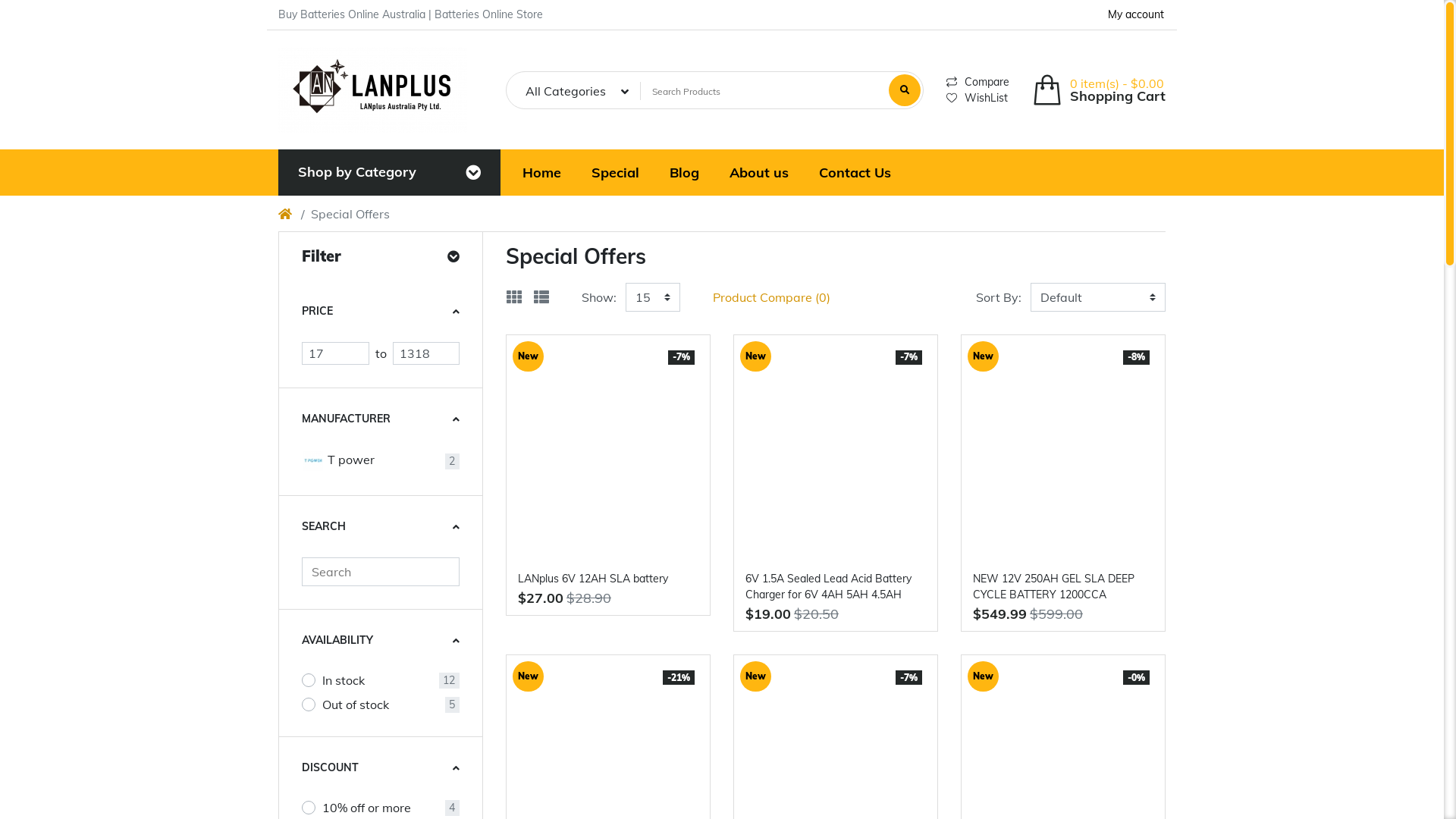 The width and height of the screenshot is (1456, 819). What do you see at coordinates (607, 447) in the screenshot?
I see `'LANplus 6V 12AH SLA battery '` at bounding box center [607, 447].